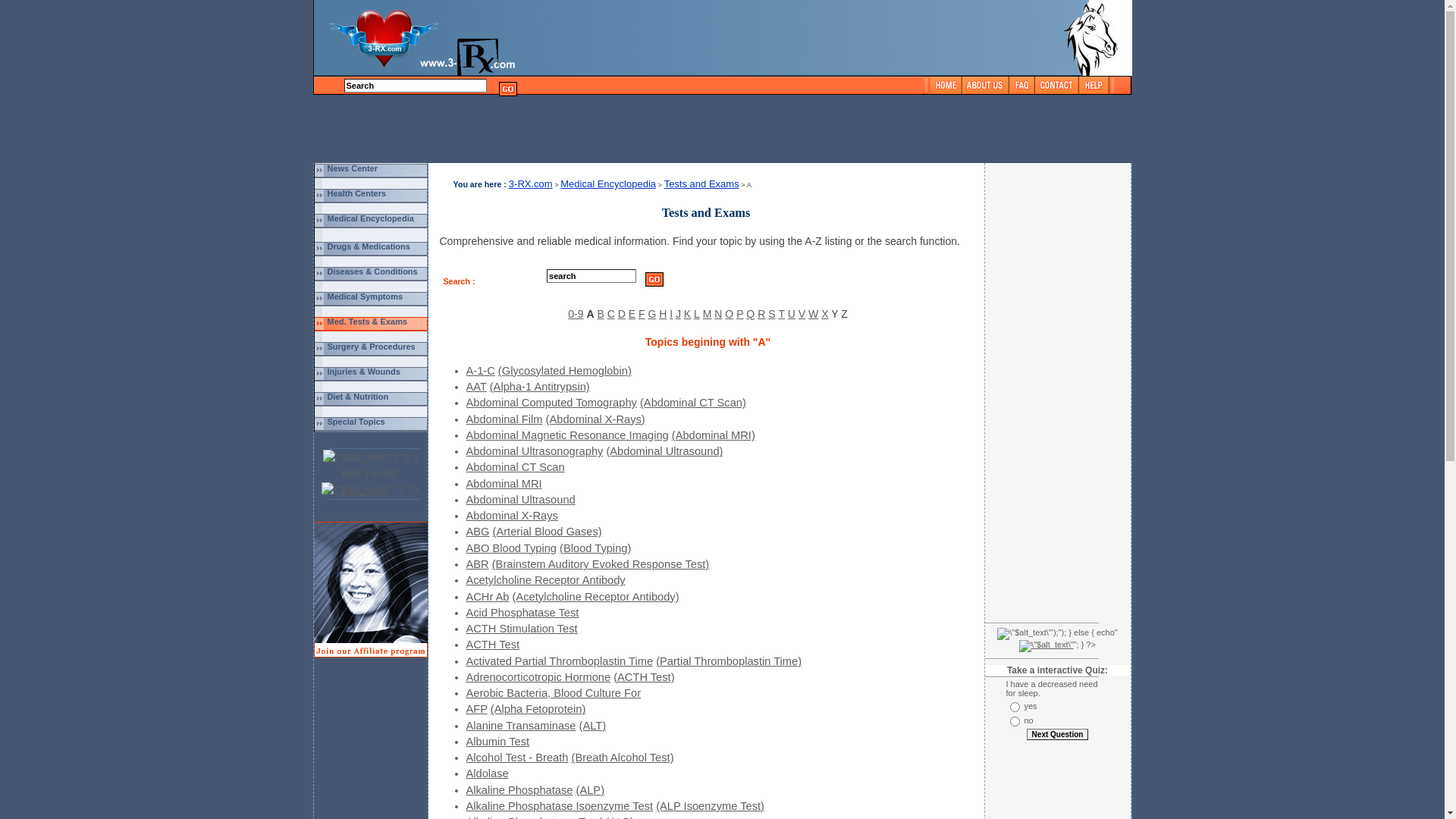  I want to click on 'O', so click(729, 312).